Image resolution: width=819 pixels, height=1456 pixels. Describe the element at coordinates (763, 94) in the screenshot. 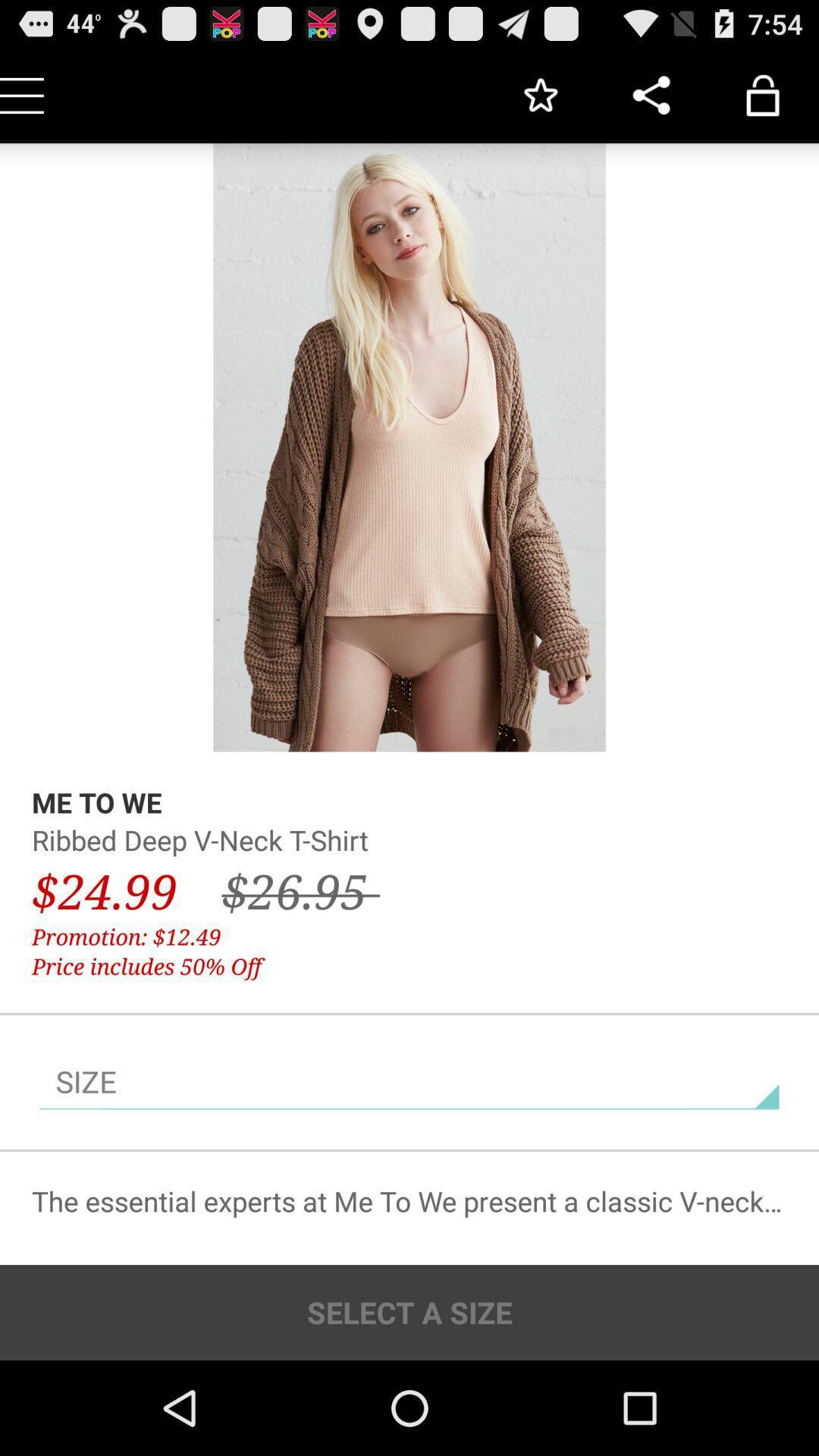

I see `the lock symbol which is on top left` at that location.